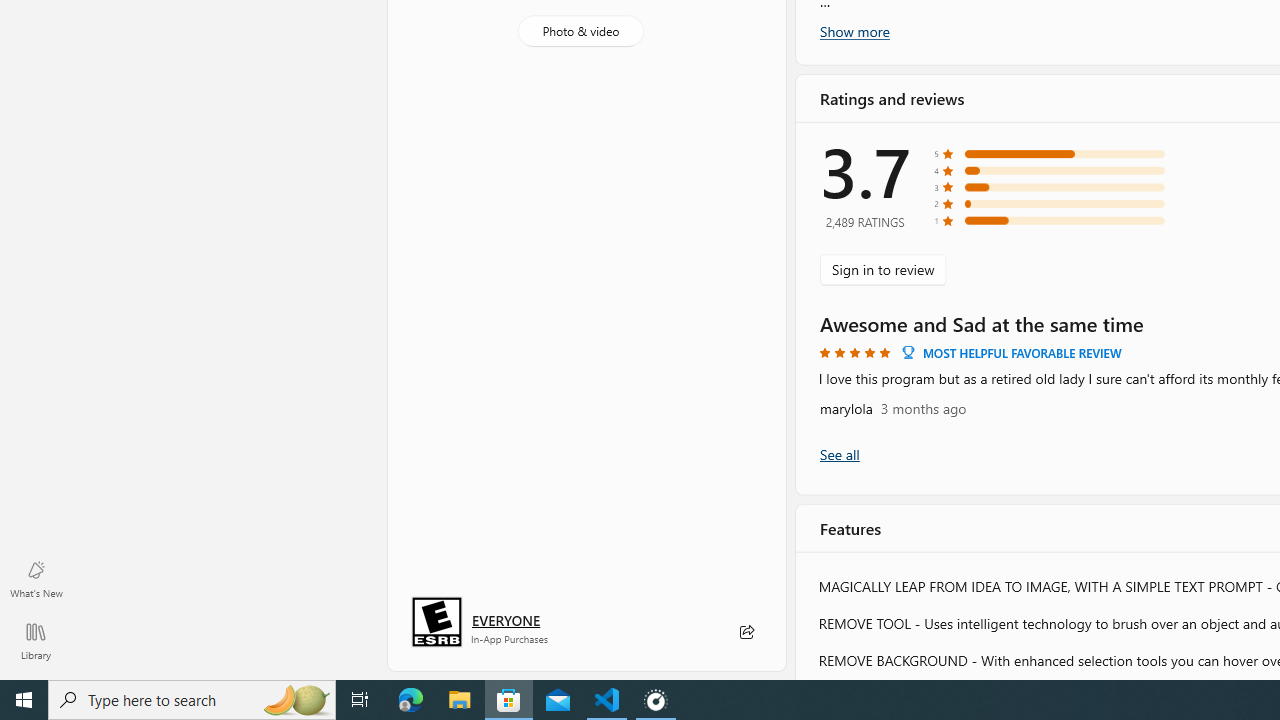 The height and width of the screenshot is (720, 1280). Describe the element at coordinates (839, 454) in the screenshot. I see `'Show all ratings and reviews'` at that location.